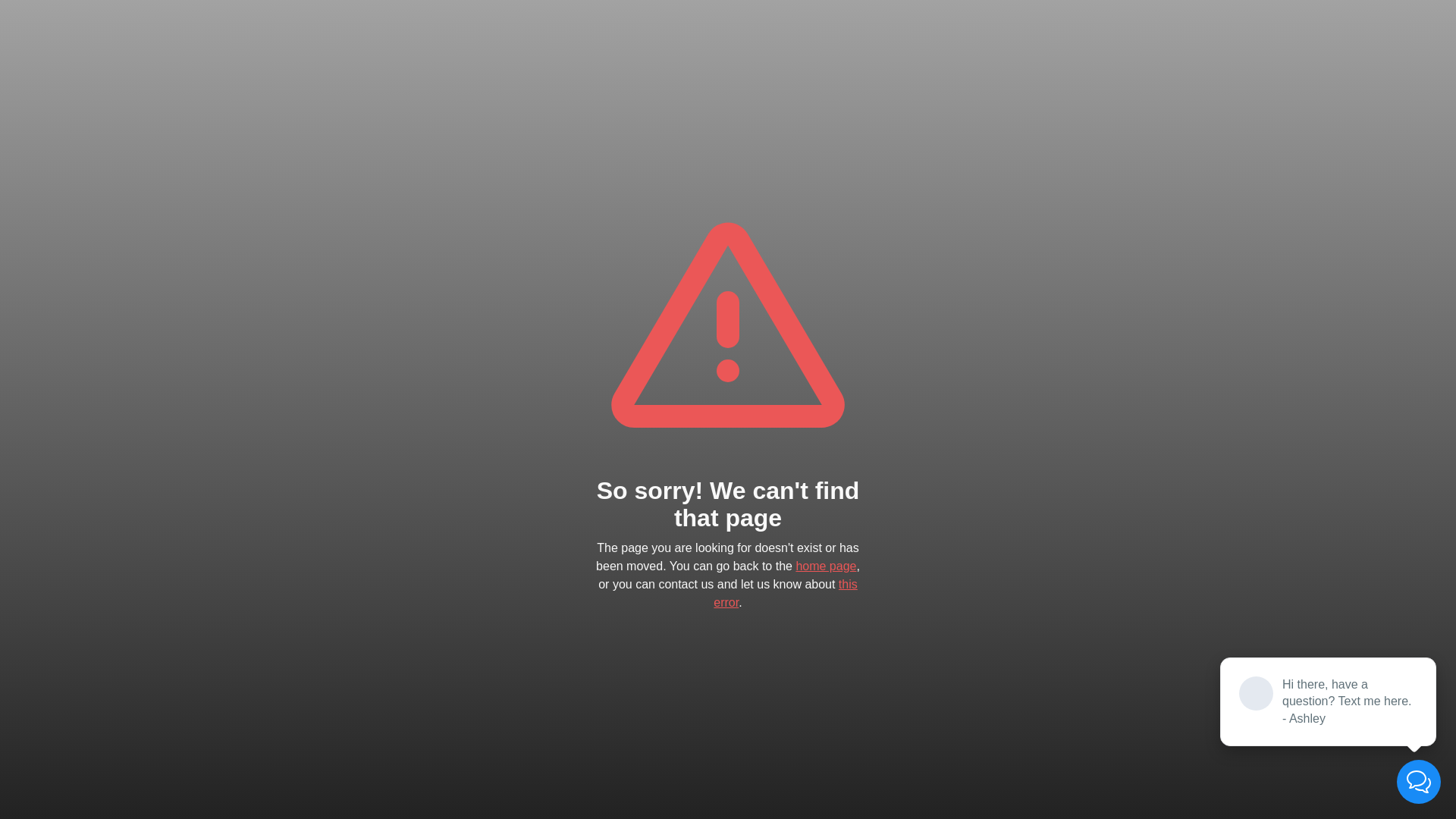 The width and height of the screenshot is (1456, 819). Describe the element at coordinates (785, 592) in the screenshot. I see `'this error'` at that location.